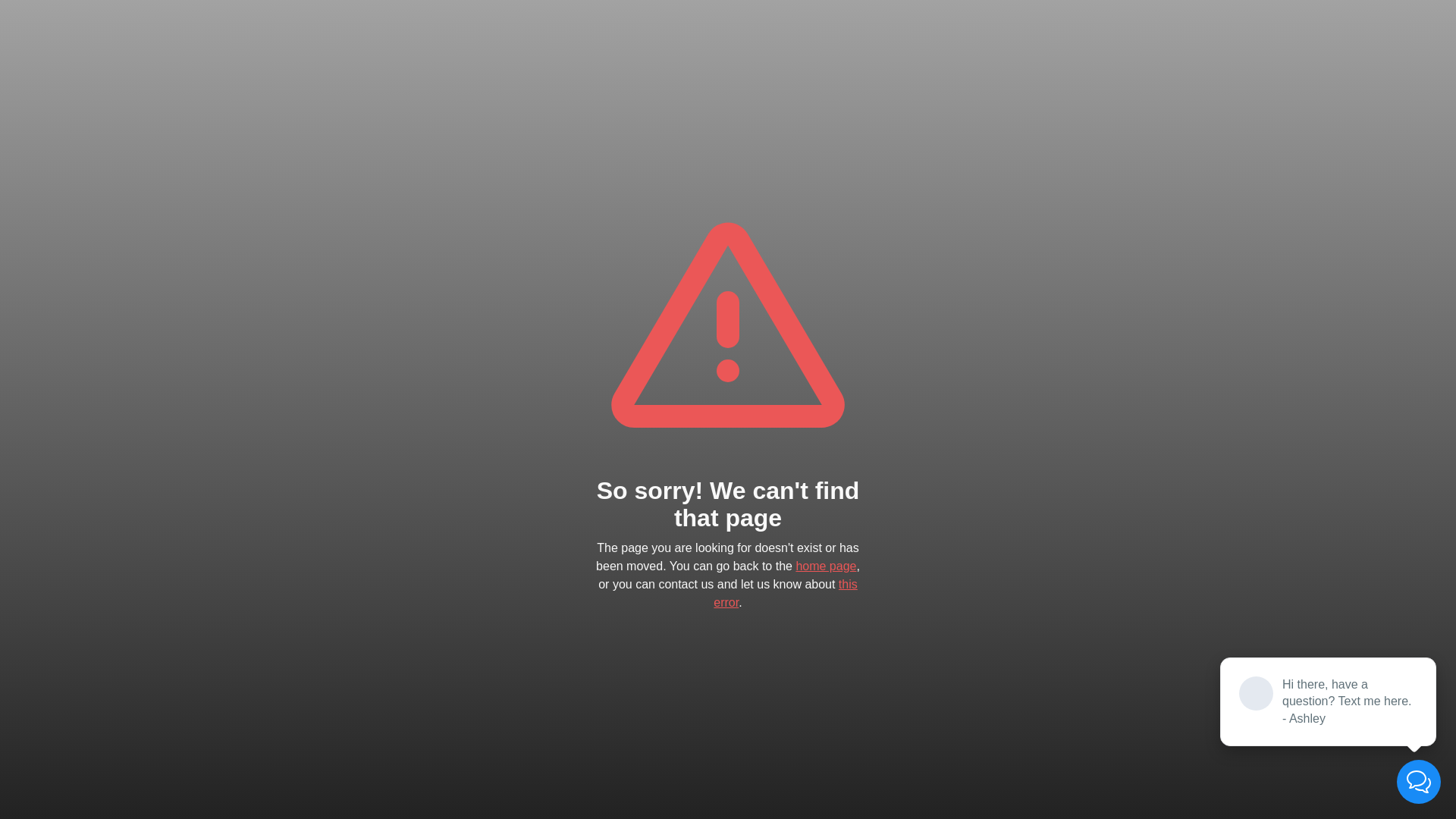 The width and height of the screenshot is (1456, 819). Describe the element at coordinates (785, 592) in the screenshot. I see `'this error'` at that location.